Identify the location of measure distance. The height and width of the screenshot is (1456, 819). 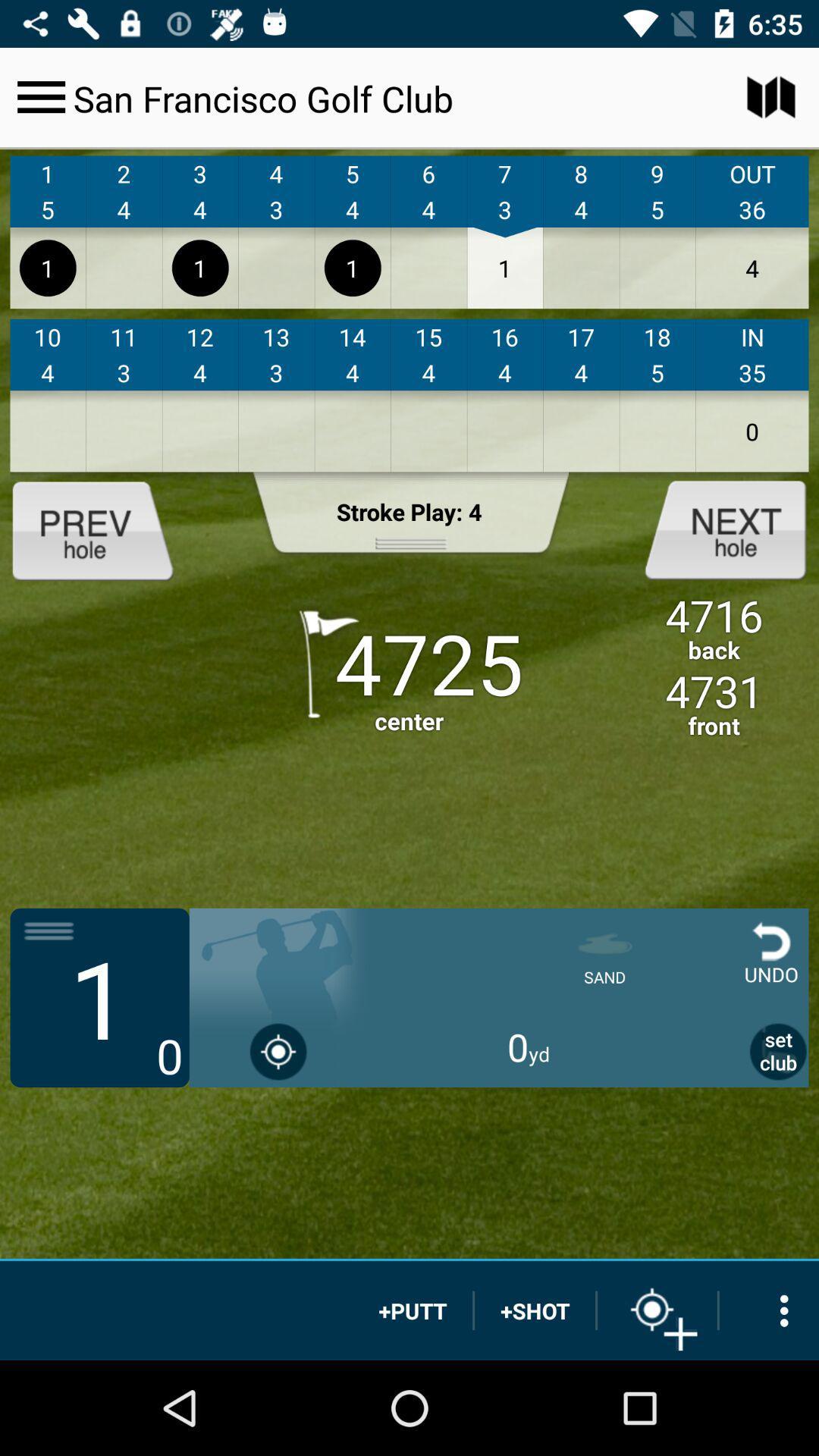
(657, 1310).